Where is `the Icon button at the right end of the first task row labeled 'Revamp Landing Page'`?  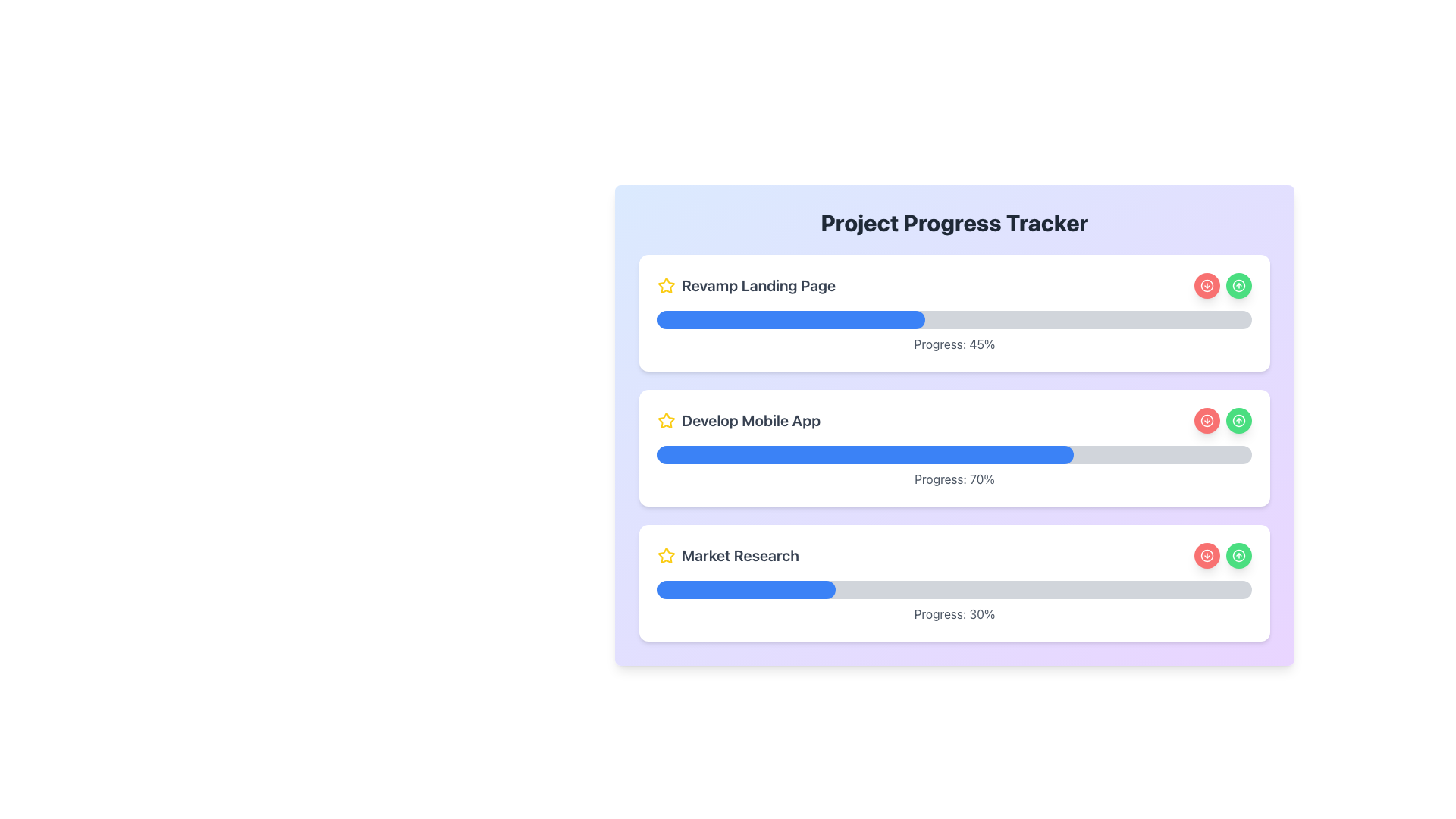
the Icon button at the right end of the first task row labeled 'Revamp Landing Page' is located at coordinates (1207, 286).